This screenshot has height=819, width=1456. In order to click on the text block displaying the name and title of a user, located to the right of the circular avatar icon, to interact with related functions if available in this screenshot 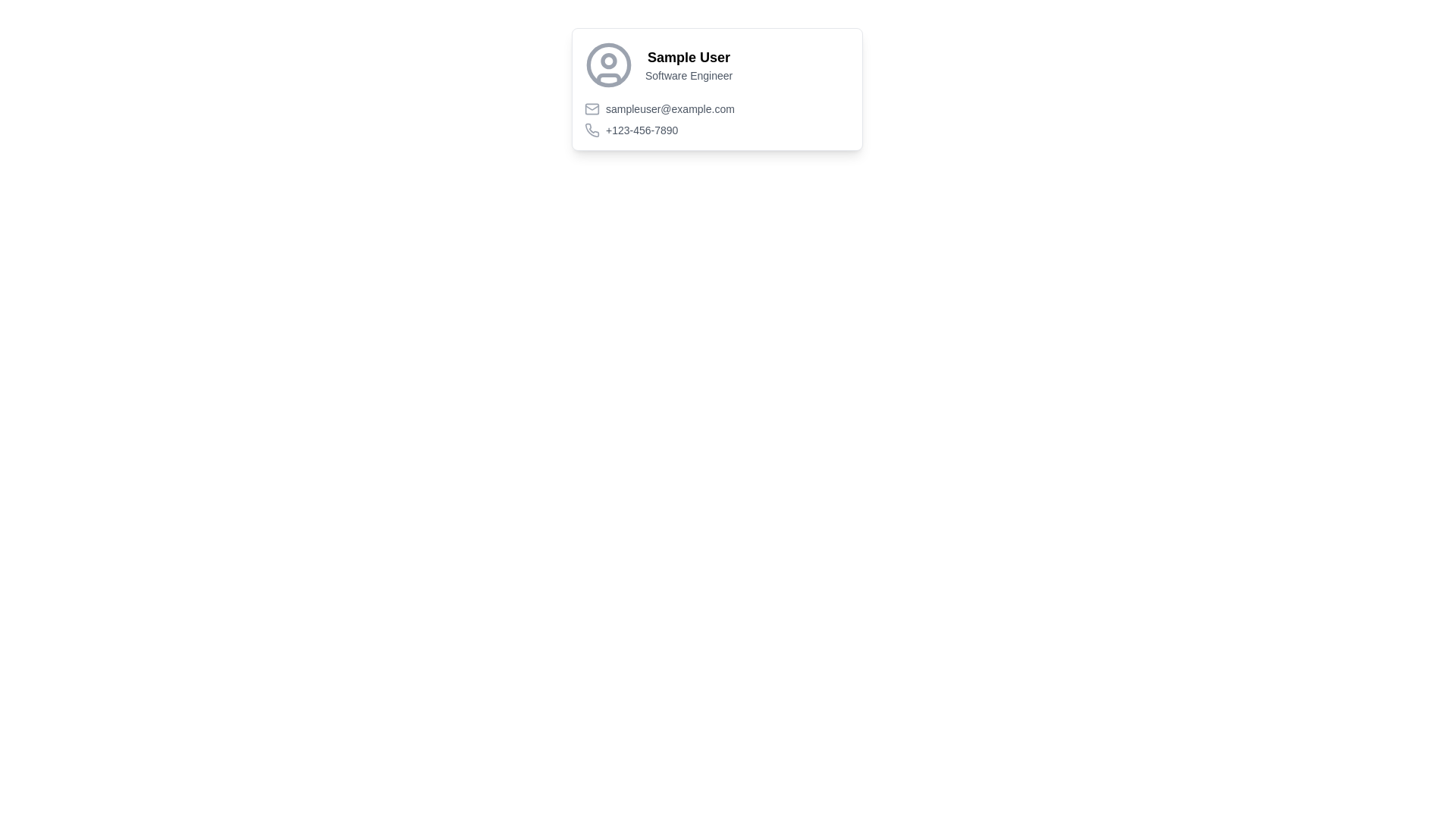, I will do `click(688, 64)`.